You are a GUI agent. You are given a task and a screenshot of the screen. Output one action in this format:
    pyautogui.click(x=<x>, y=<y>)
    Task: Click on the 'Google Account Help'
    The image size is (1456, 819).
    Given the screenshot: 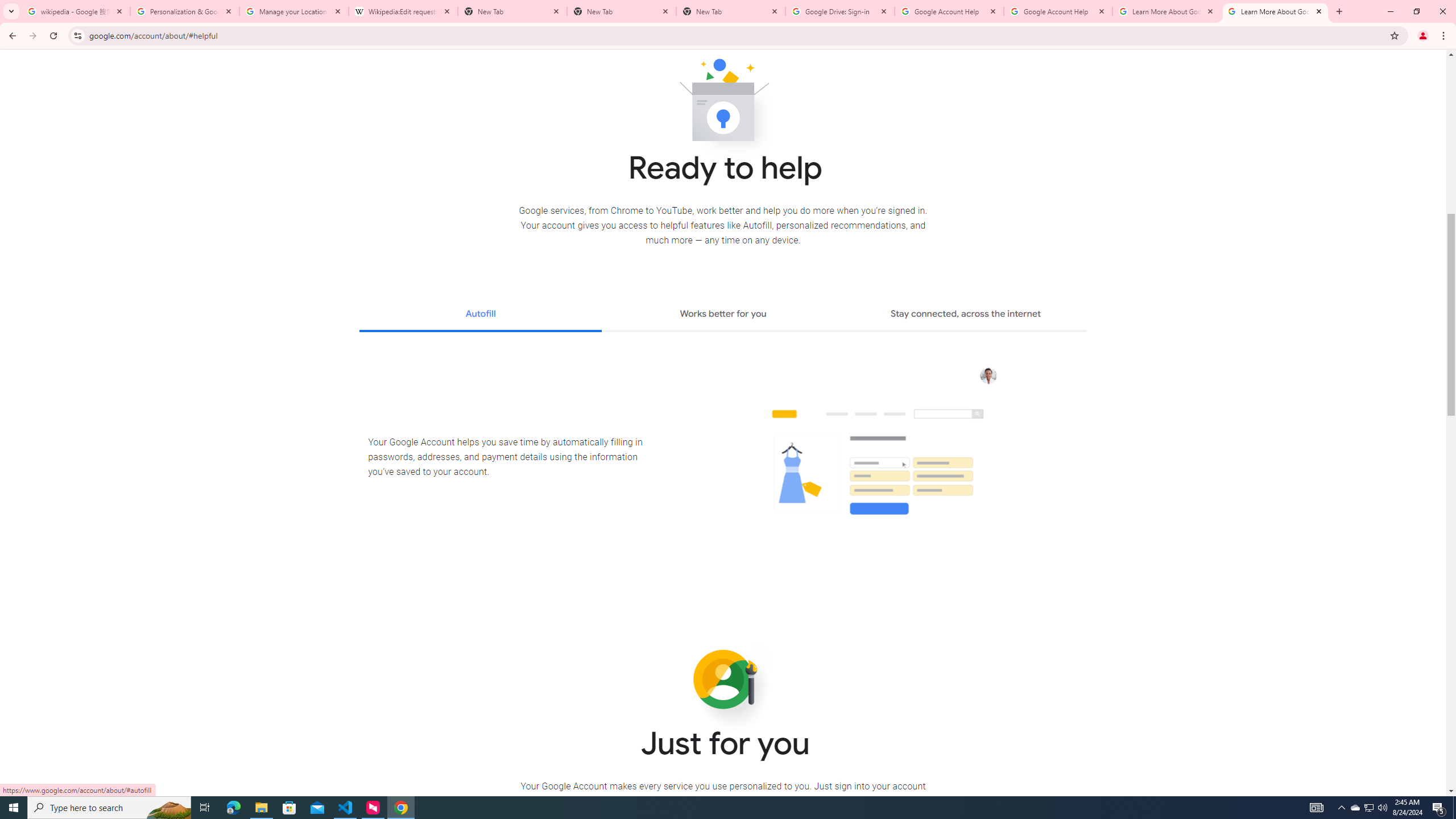 What is the action you would take?
    pyautogui.click(x=949, y=11)
    